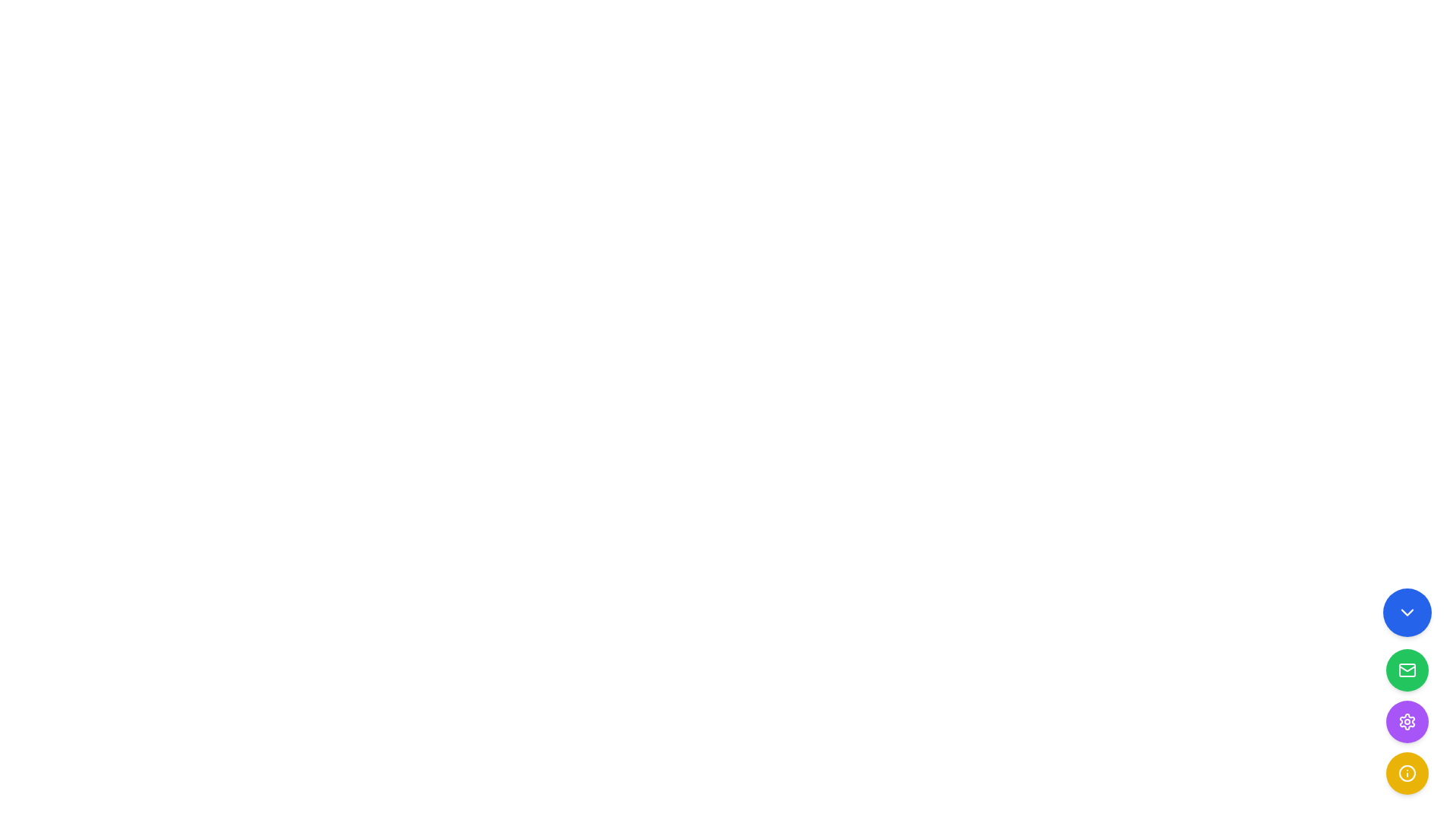  I want to click on the configuration gear icon located towards the bottom-right corner of the interface, so click(1407, 721).